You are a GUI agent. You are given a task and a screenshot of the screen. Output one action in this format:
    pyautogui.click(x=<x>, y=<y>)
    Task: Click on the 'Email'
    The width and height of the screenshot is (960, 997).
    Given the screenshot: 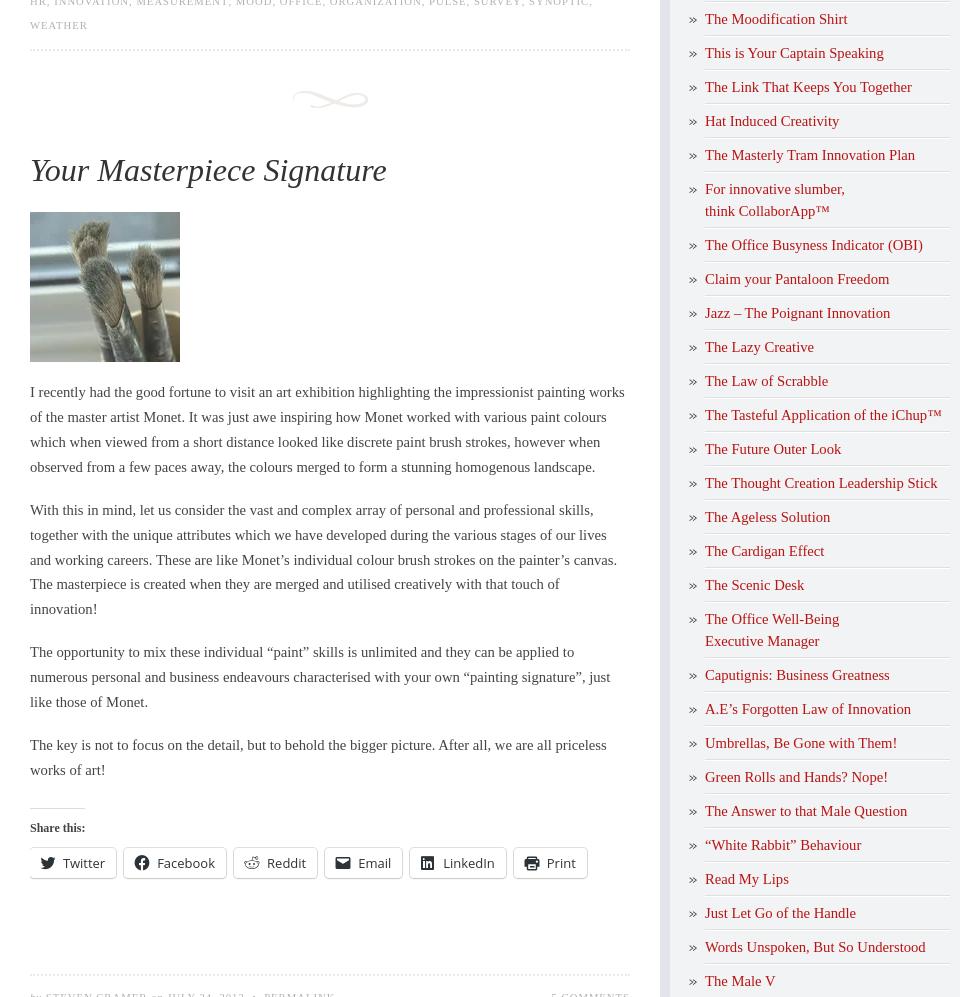 What is the action you would take?
    pyautogui.click(x=357, y=861)
    